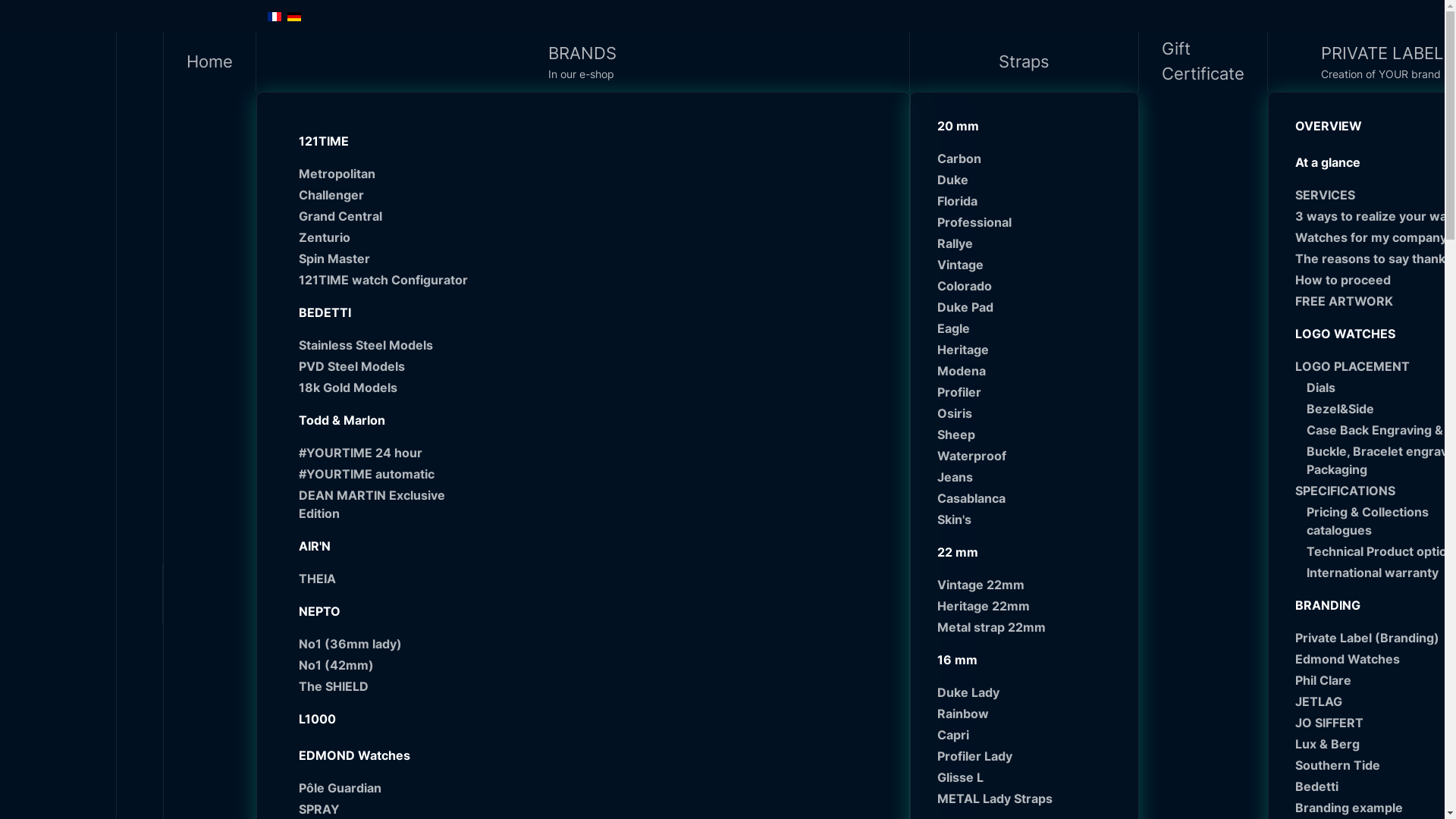 This screenshot has height=819, width=1456. What do you see at coordinates (1030, 263) in the screenshot?
I see `'Vintage'` at bounding box center [1030, 263].